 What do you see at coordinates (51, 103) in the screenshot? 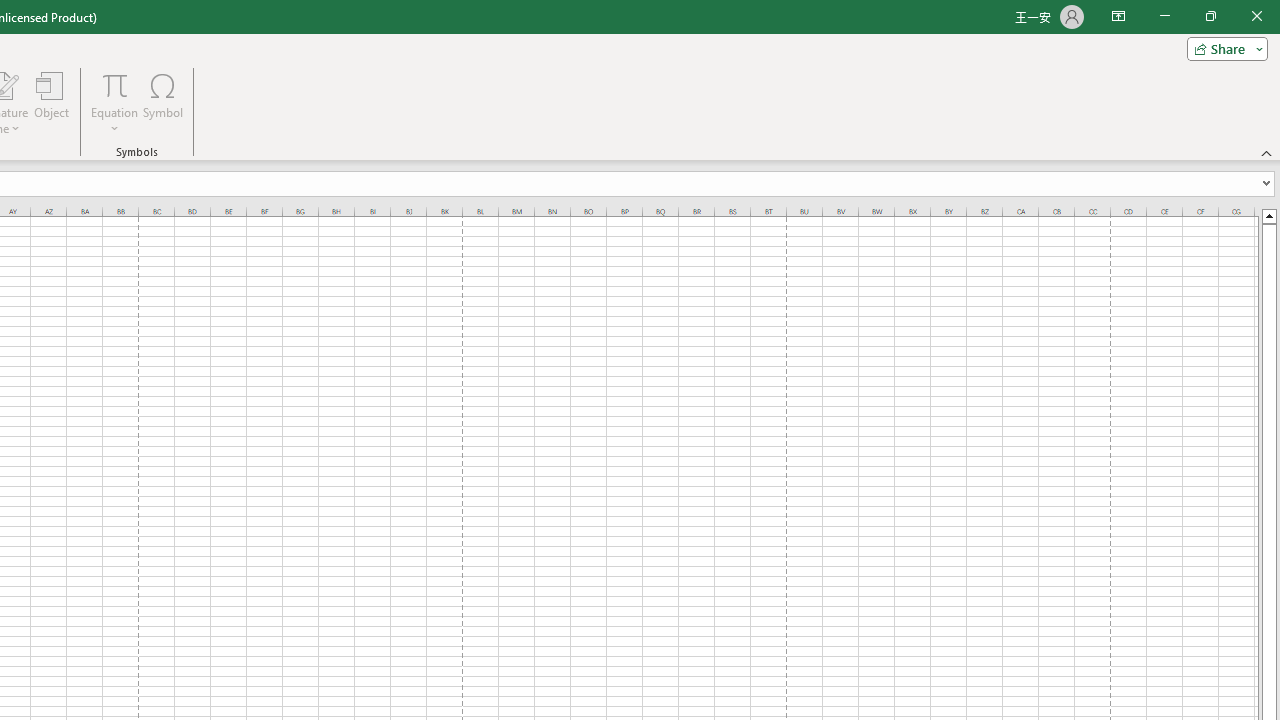
I see `'Object...'` at bounding box center [51, 103].